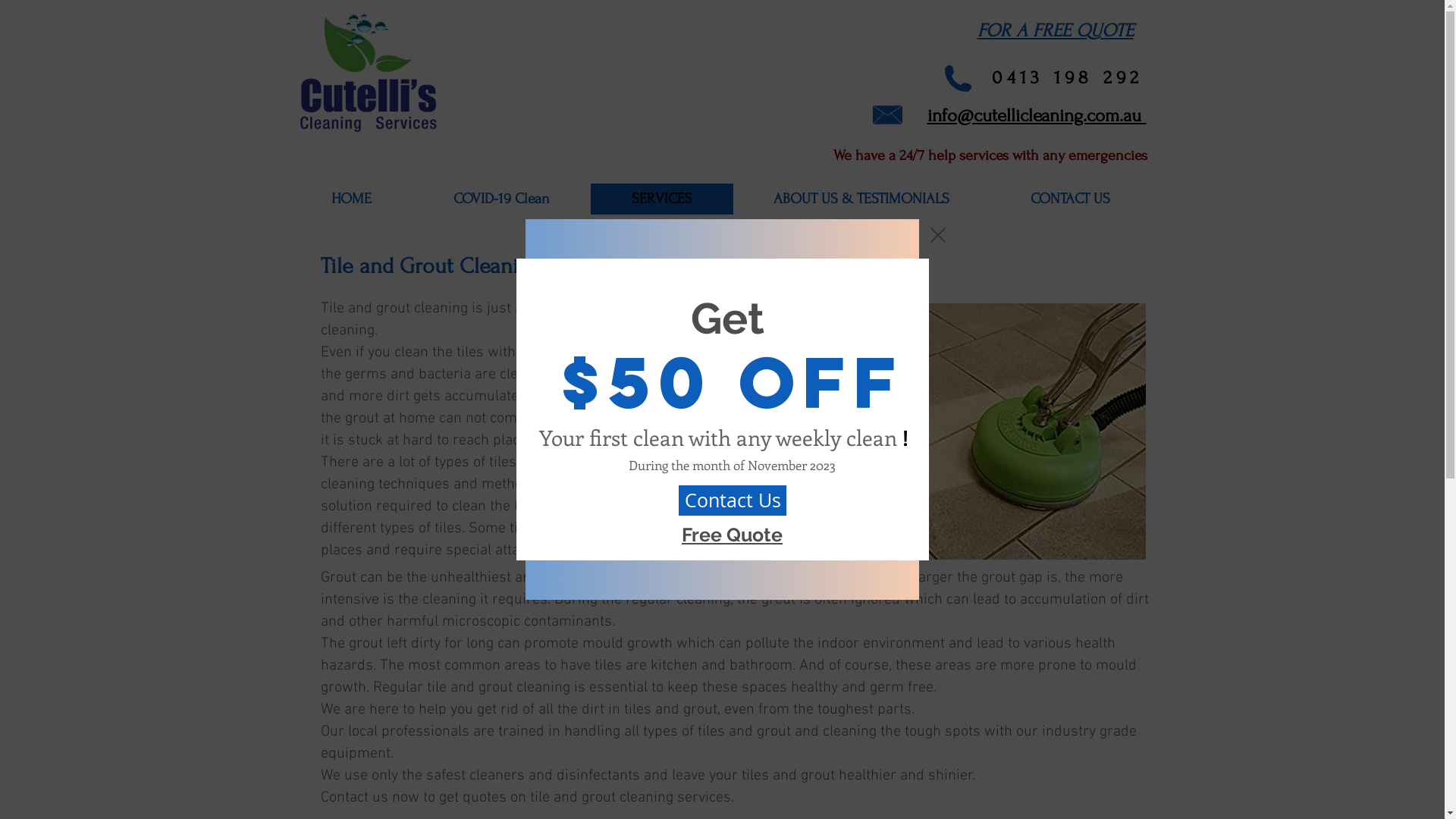 The width and height of the screenshot is (1456, 819). What do you see at coordinates (930, 234) in the screenshot?
I see `'Back to site'` at bounding box center [930, 234].